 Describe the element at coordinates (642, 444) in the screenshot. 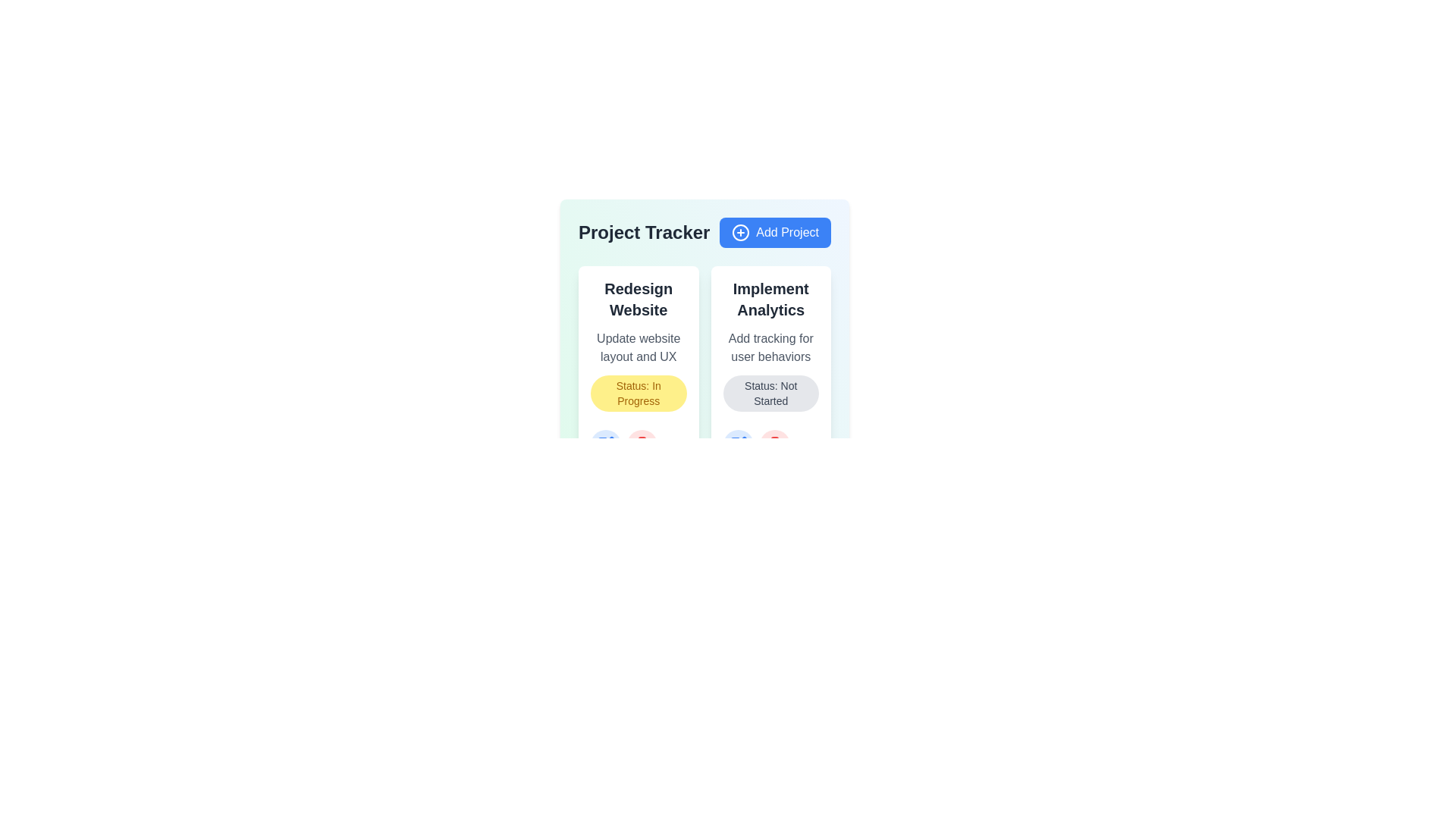

I see `delete button for the project card with the title Redesign Website` at that location.